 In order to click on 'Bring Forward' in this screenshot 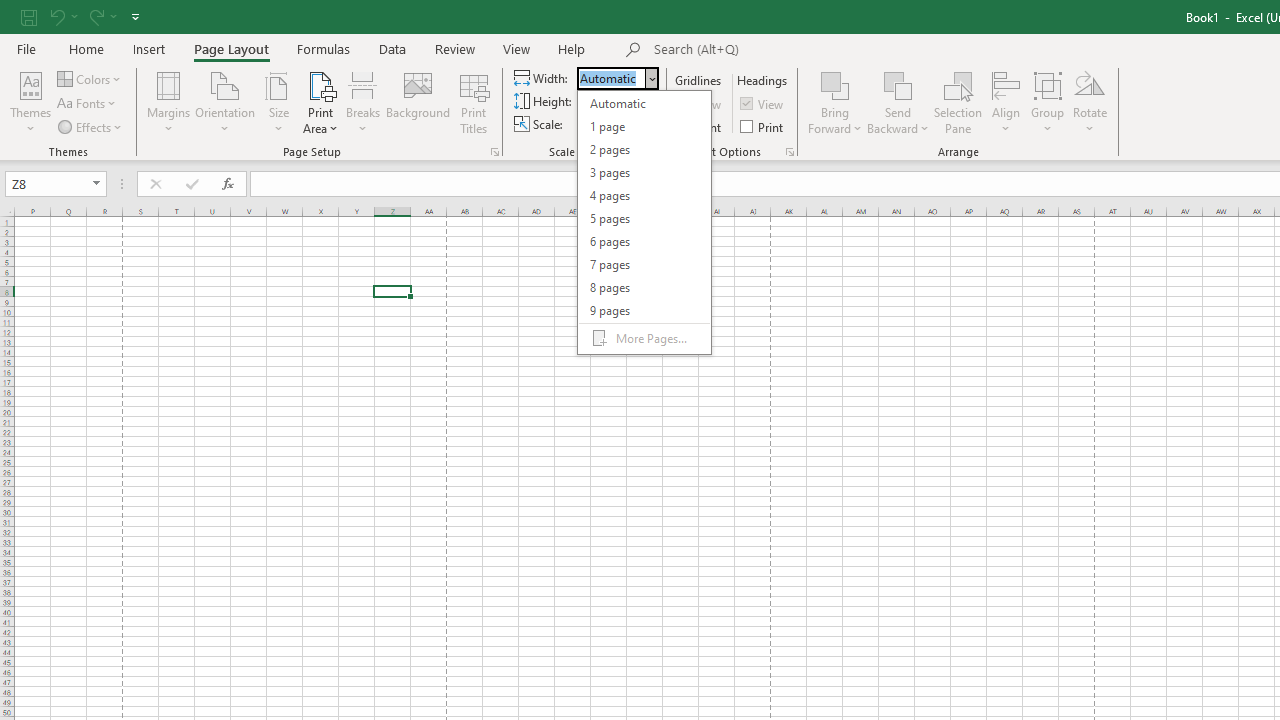, I will do `click(835, 84)`.